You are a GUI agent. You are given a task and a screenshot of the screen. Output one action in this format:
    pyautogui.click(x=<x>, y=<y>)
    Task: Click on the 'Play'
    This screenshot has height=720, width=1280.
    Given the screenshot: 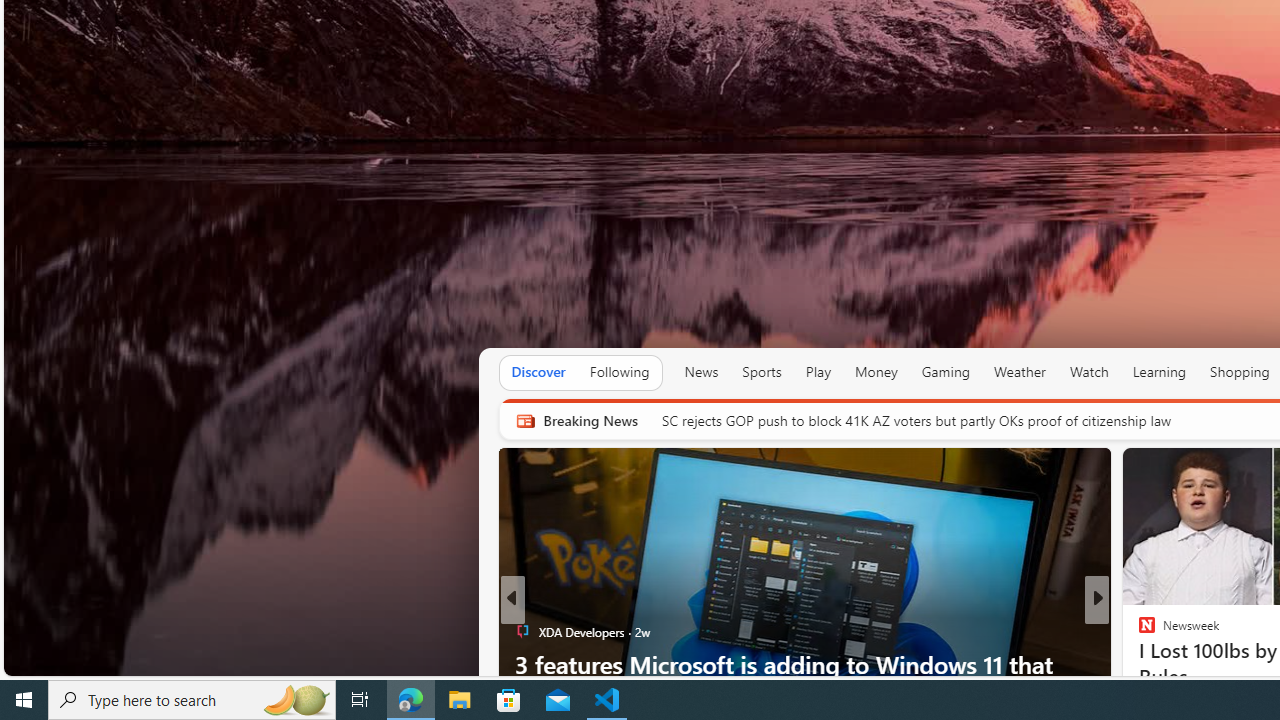 What is the action you would take?
    pyautogui.click(x=817, y=371)
    